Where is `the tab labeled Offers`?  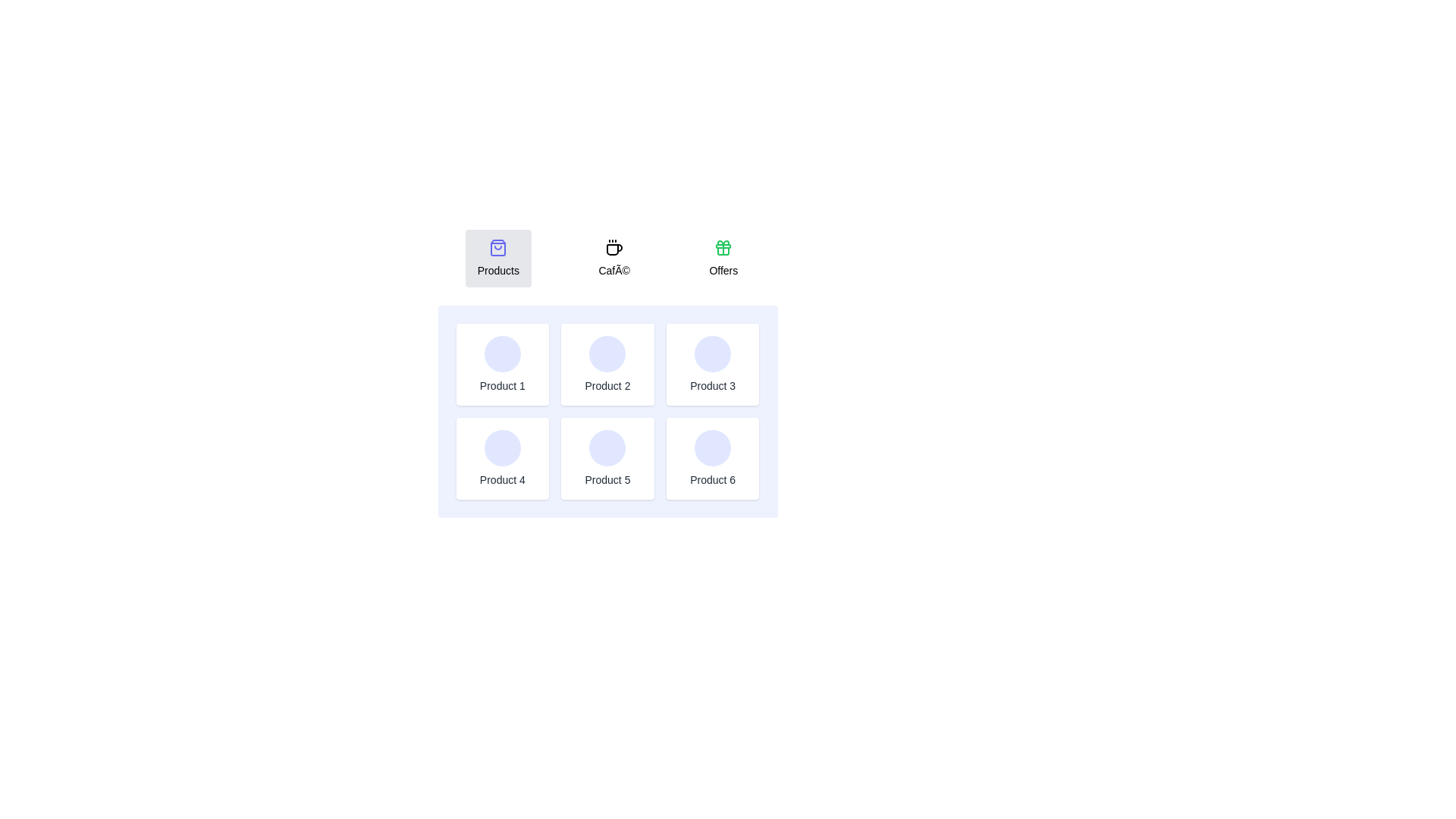 the tab labeled Offers is located at coordinates (723, 257).